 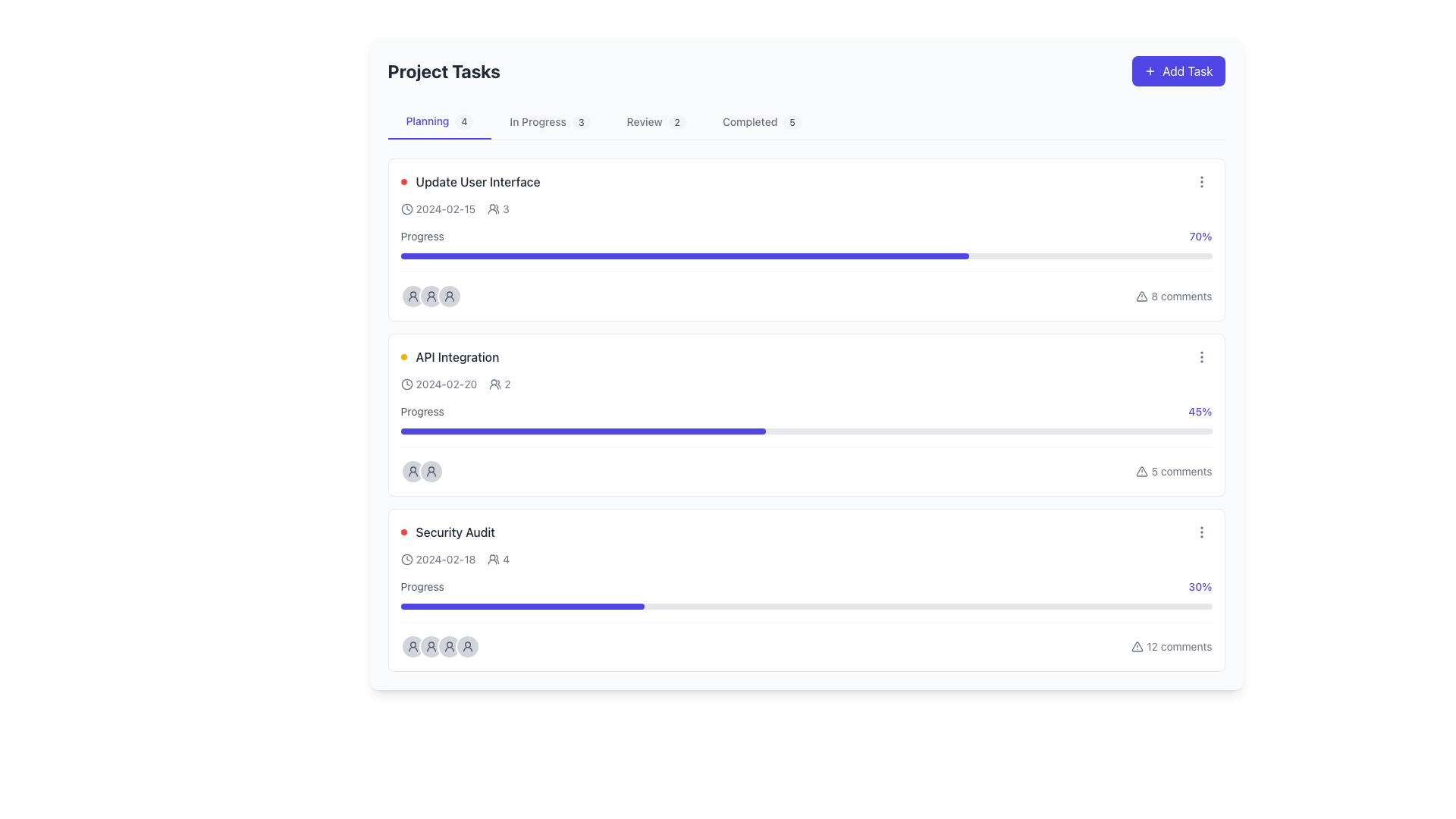 What do you see at coordinates (1200, 586) in the screenshot?
I see `the static text displaying the percentage value '30%' styled in bold indigo color, located on the far-right side of the task card, alongside the progress indicator bar` at bounding box center [1200, 586].